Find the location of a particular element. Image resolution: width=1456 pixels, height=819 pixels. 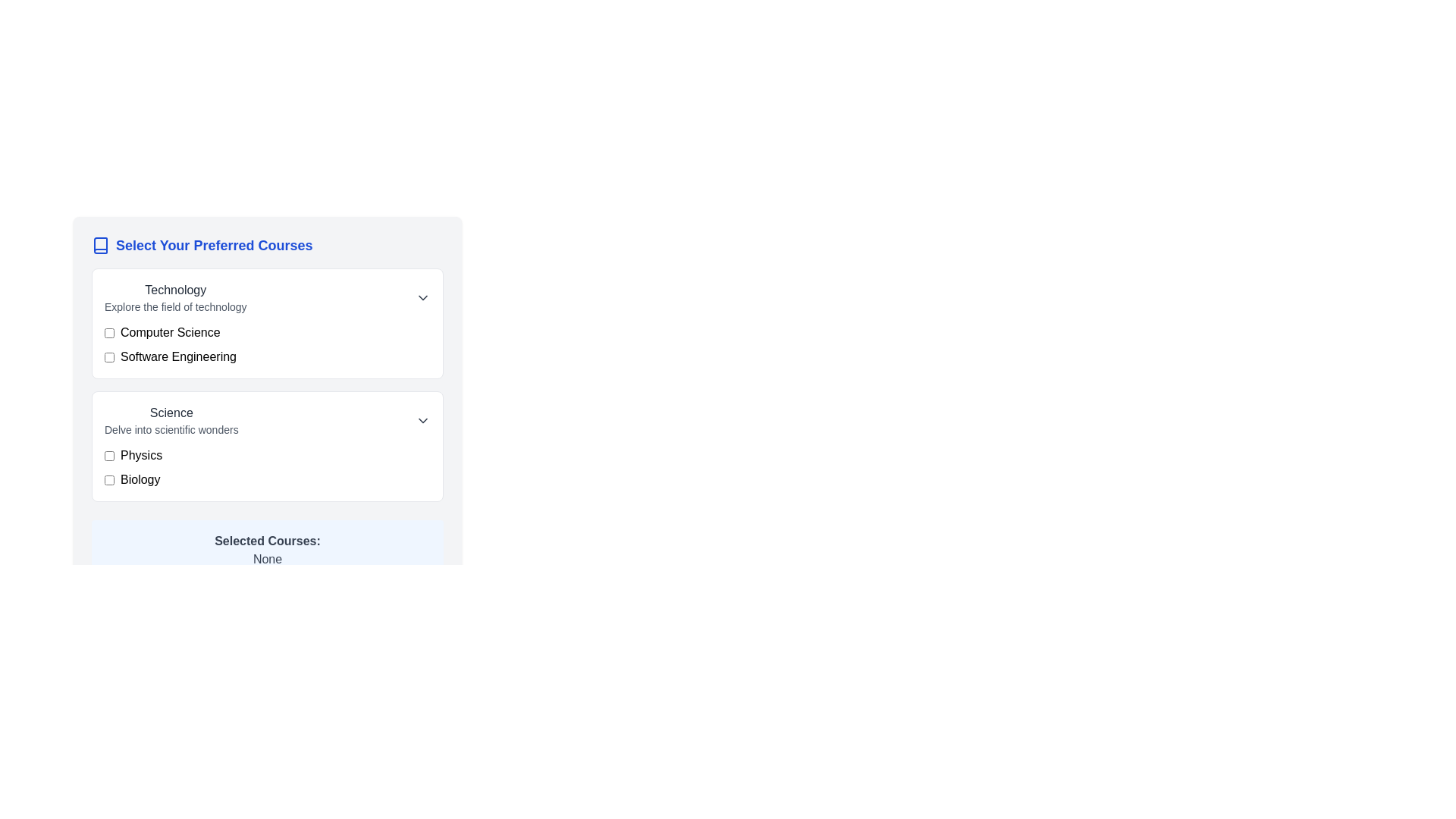

the 'Technology' label with the subtitle 'Explore the field of technology', which is located in the top-left quadrant of the 'Select Your Preferred Courses' section is located at coordinates (175, 298).